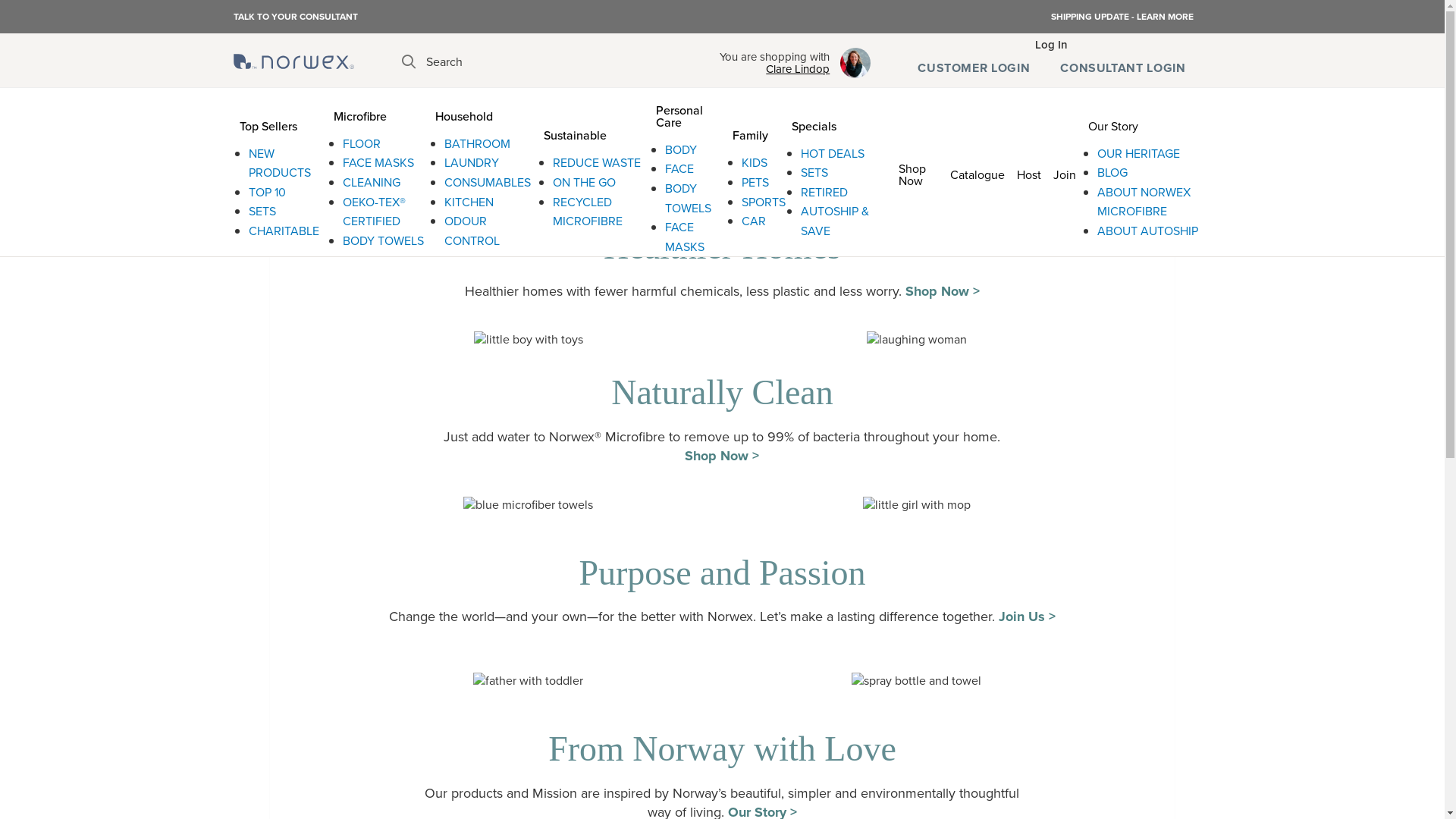 Image resolution: width=1456 pixels, height=819 pixels. Describe the element at coordinates (468, 201) in the screenshot. I see `'KITCHEN'` at that location.